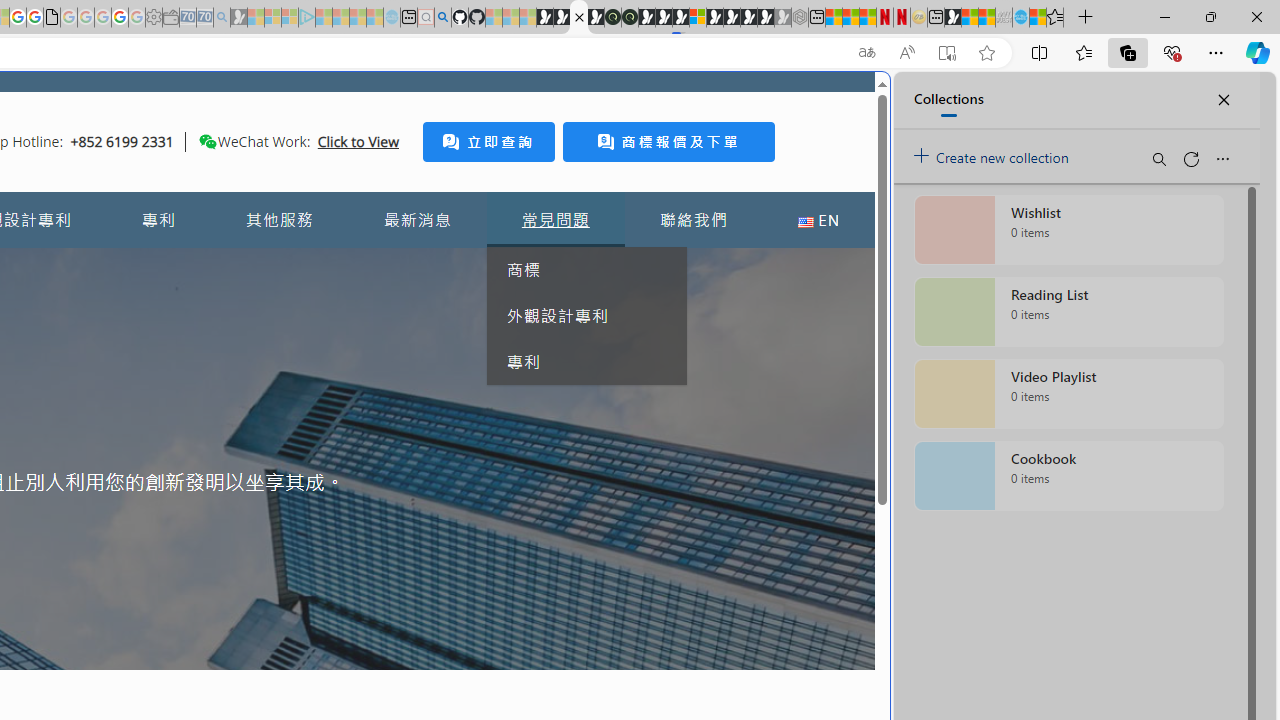 This screenshot has height=720, width=1280. Describe the element at coordinates (153, 17) in the screenshot. I see `'Settings - Sleeping'` at that location.